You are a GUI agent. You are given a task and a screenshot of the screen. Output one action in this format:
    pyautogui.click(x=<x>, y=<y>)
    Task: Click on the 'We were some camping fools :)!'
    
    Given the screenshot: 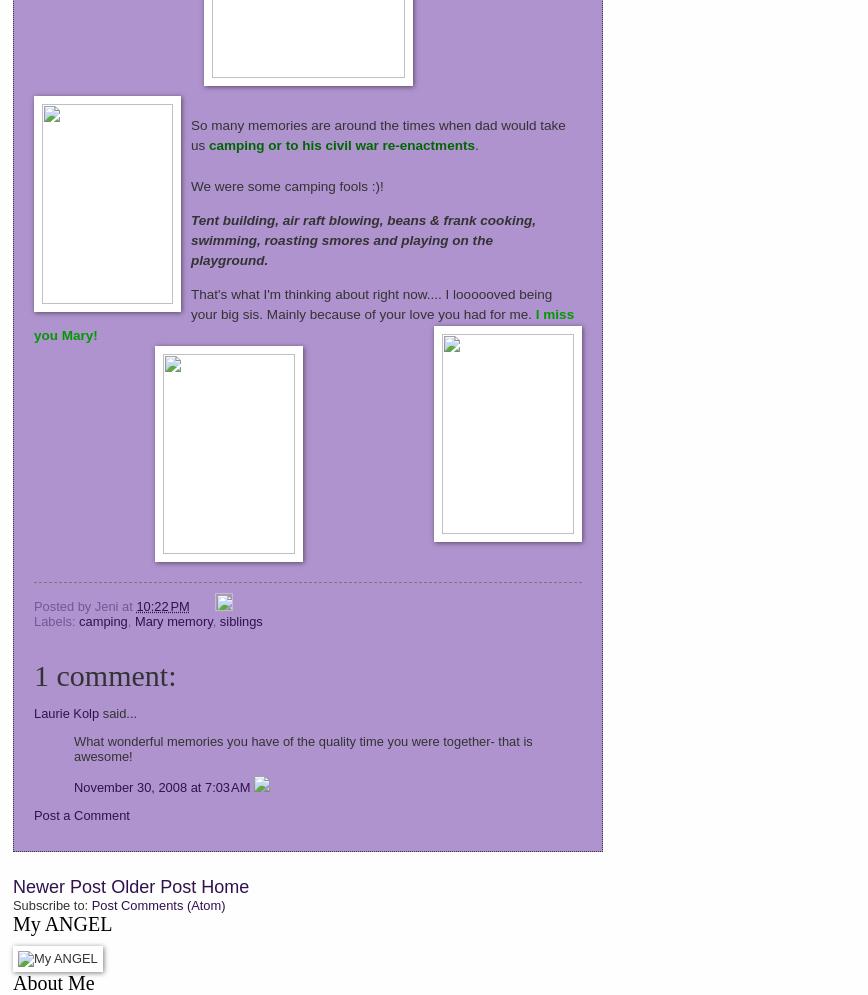 What is the action you would take?
    pyautogui.click(x=286, y=185)
    